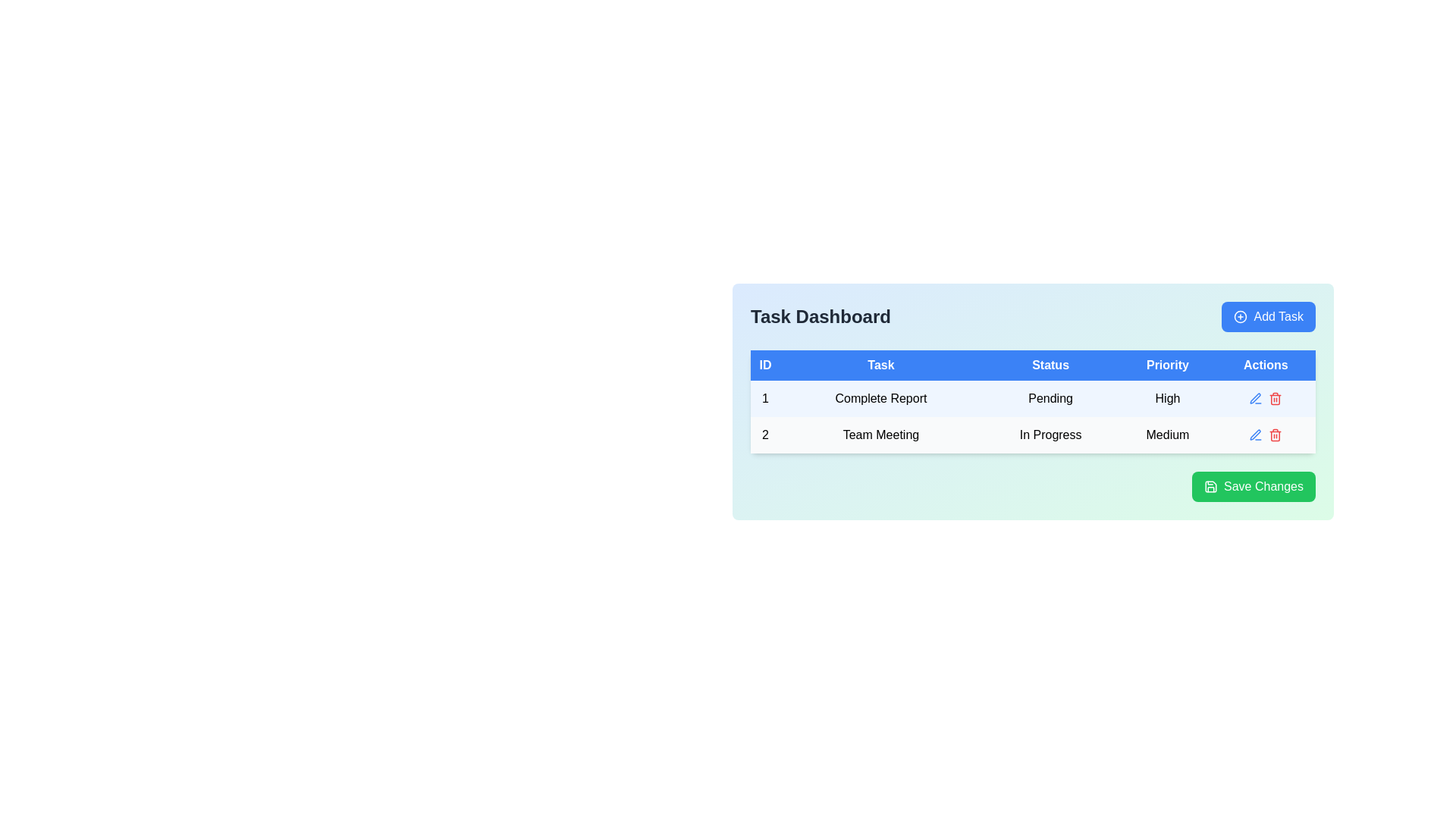 This screenshot has height=819, width=1456. What do you see at coordinates (1241, 315) in the screenshot?
I see `the 'Add Task' button, which contains a circular SVG graphic representing a plus symbol, located at the top-right corner of the task dashboard interface` at bounding box center [1241, 315].